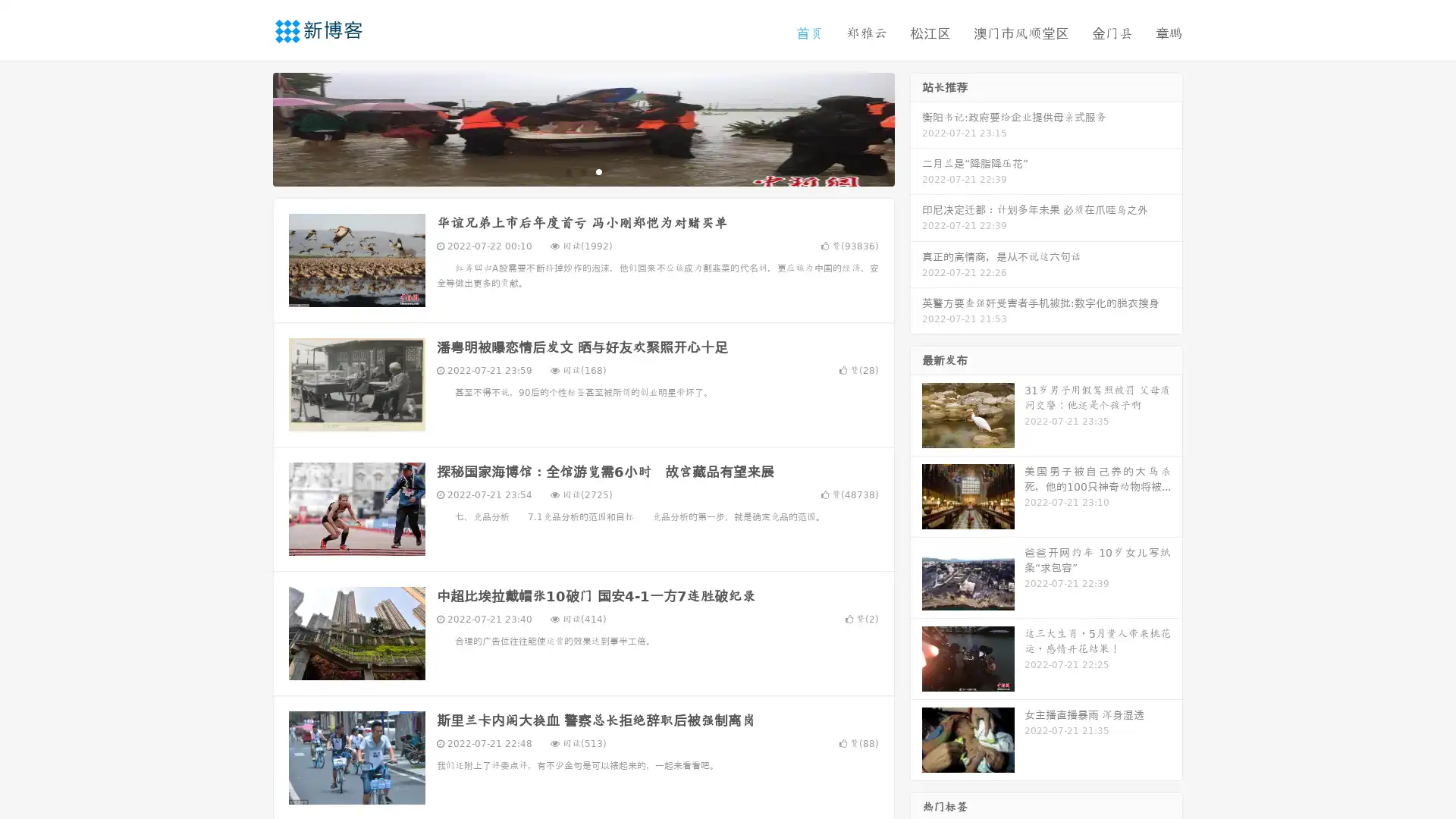 The image size is (1456, 819). Describe the element at coordinates (598, 171) in the screenshot. I see `Go to slide 3` at that location.